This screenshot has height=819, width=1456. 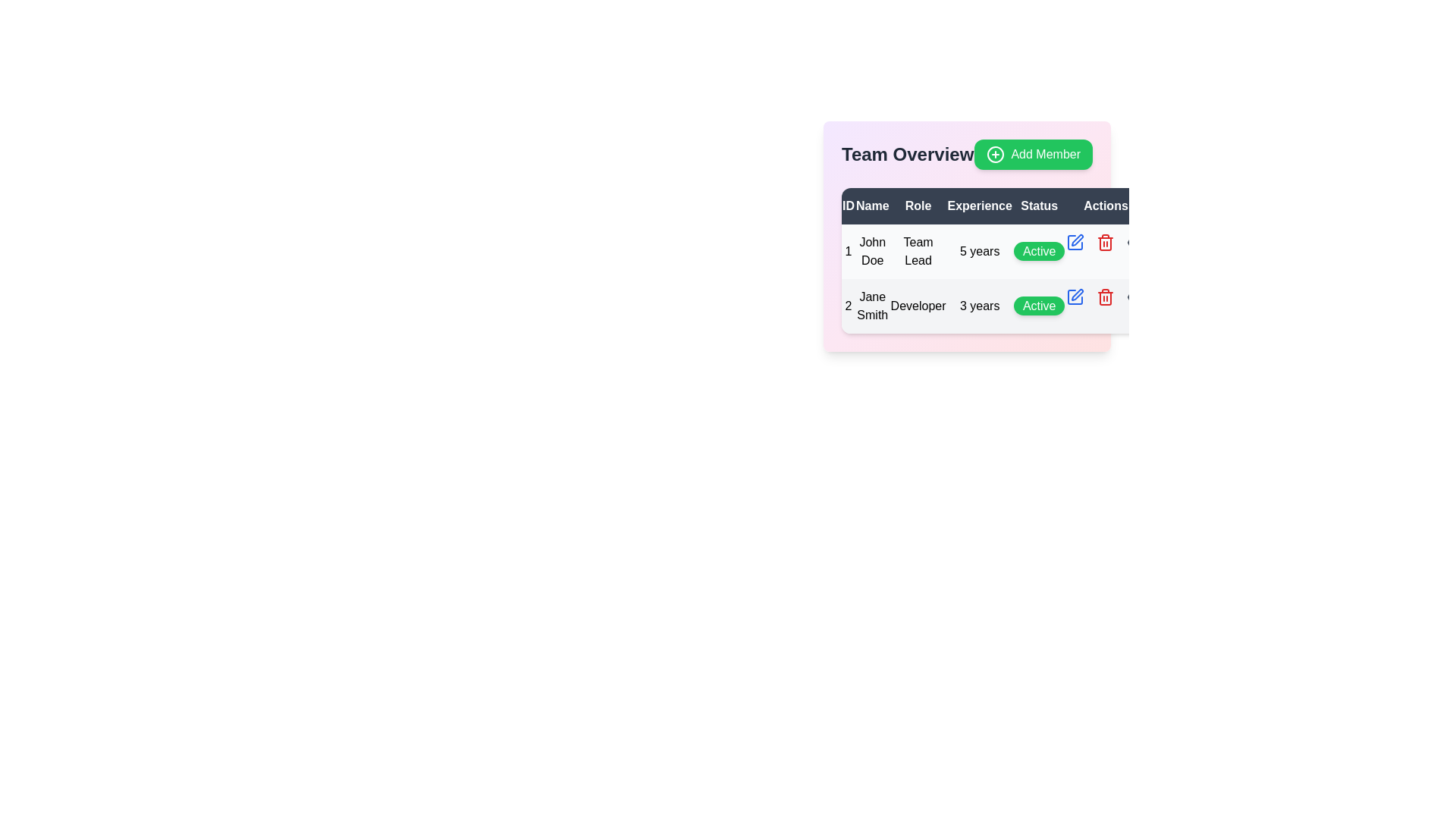 What do you see at coordinates (996, 155) in the screenshot?
I see `the circular graphic element resembling a 'plus' symbol inside a circle, located next to the 'Add Member' button at the top-right of the interface` at bounding box center [996, 155].